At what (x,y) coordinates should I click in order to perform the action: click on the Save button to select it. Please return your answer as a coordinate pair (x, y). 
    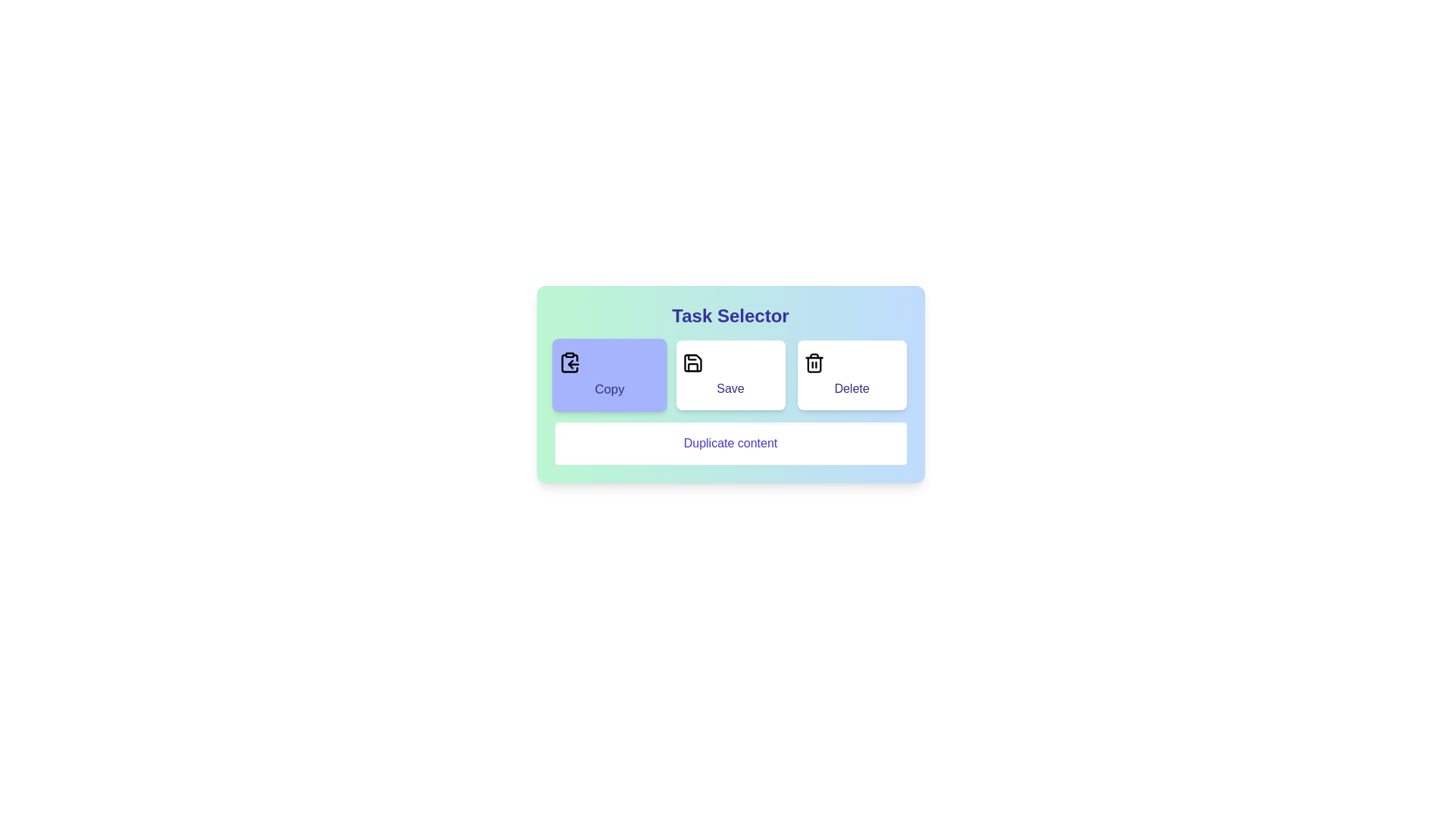
    Looking at the image, I should click on (730, 375).